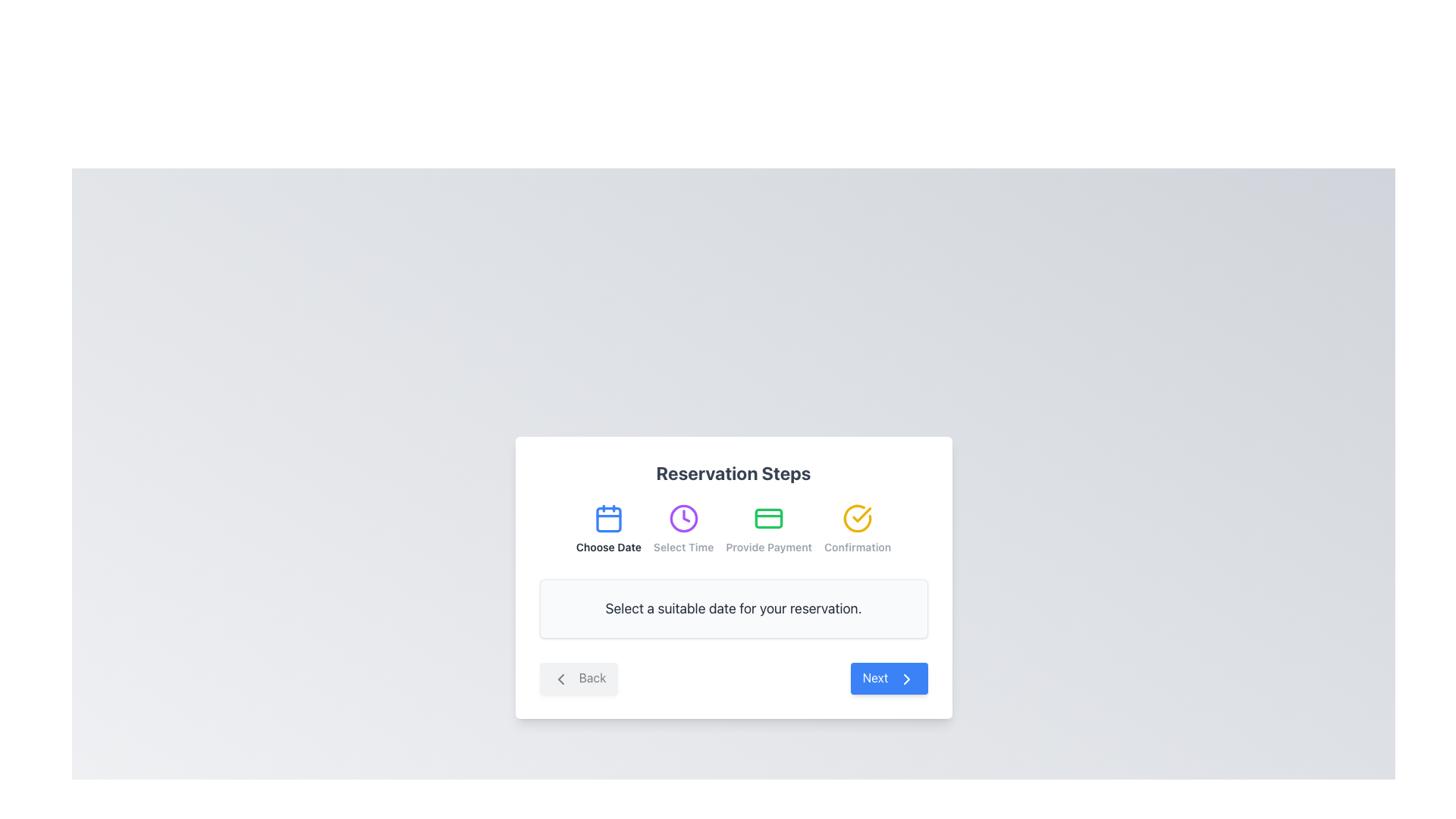 This screenshot has height=819, width=1456. Describe the element at coordinates (733, 677) in the screenshot. I see `the 'Next' button on the dual-button navigation control at the bottom of the modal to proceed to the next step` at that location.